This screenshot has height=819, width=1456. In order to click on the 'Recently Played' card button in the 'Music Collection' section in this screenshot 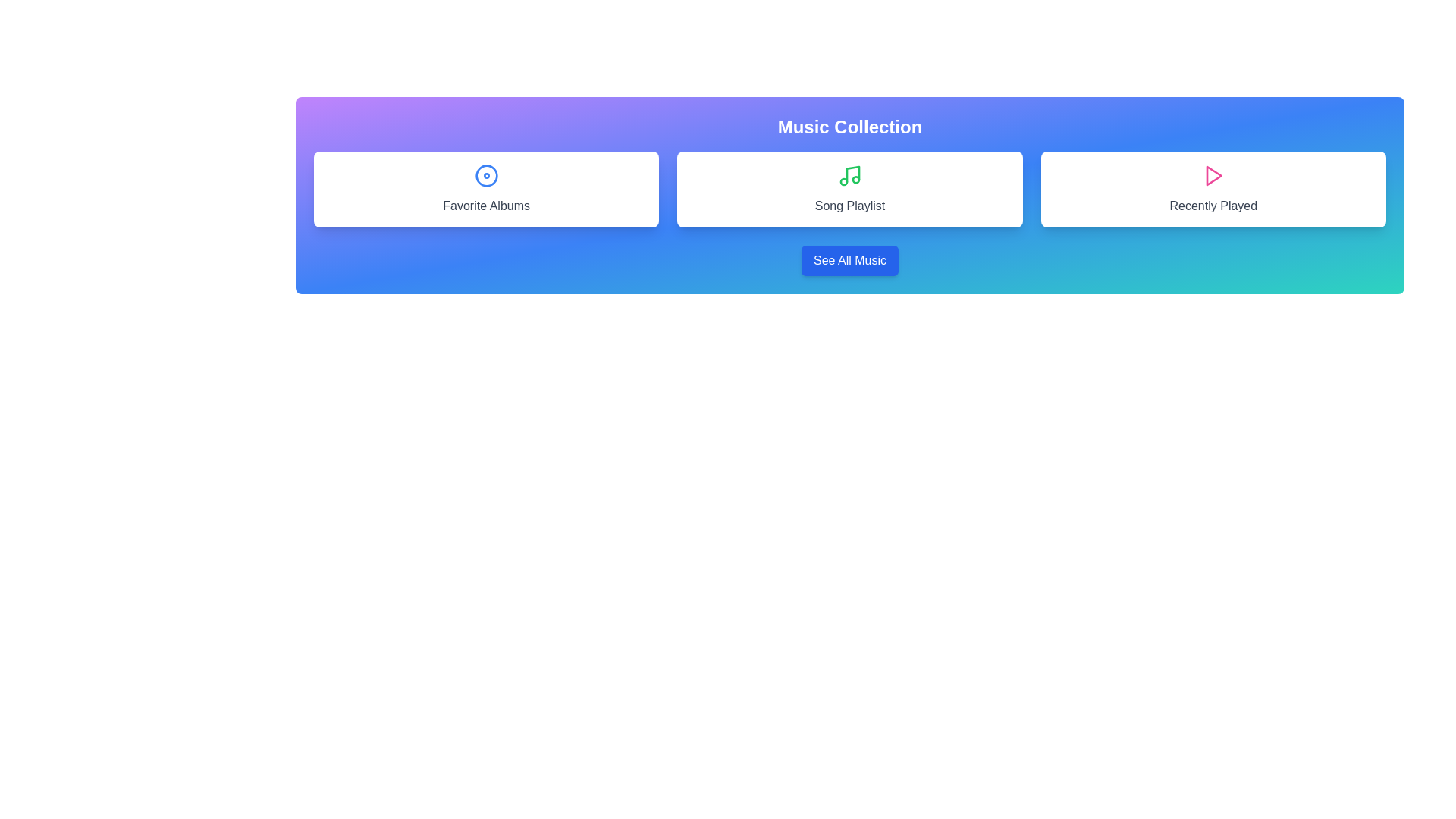, I will do `click(1212, 189)`.